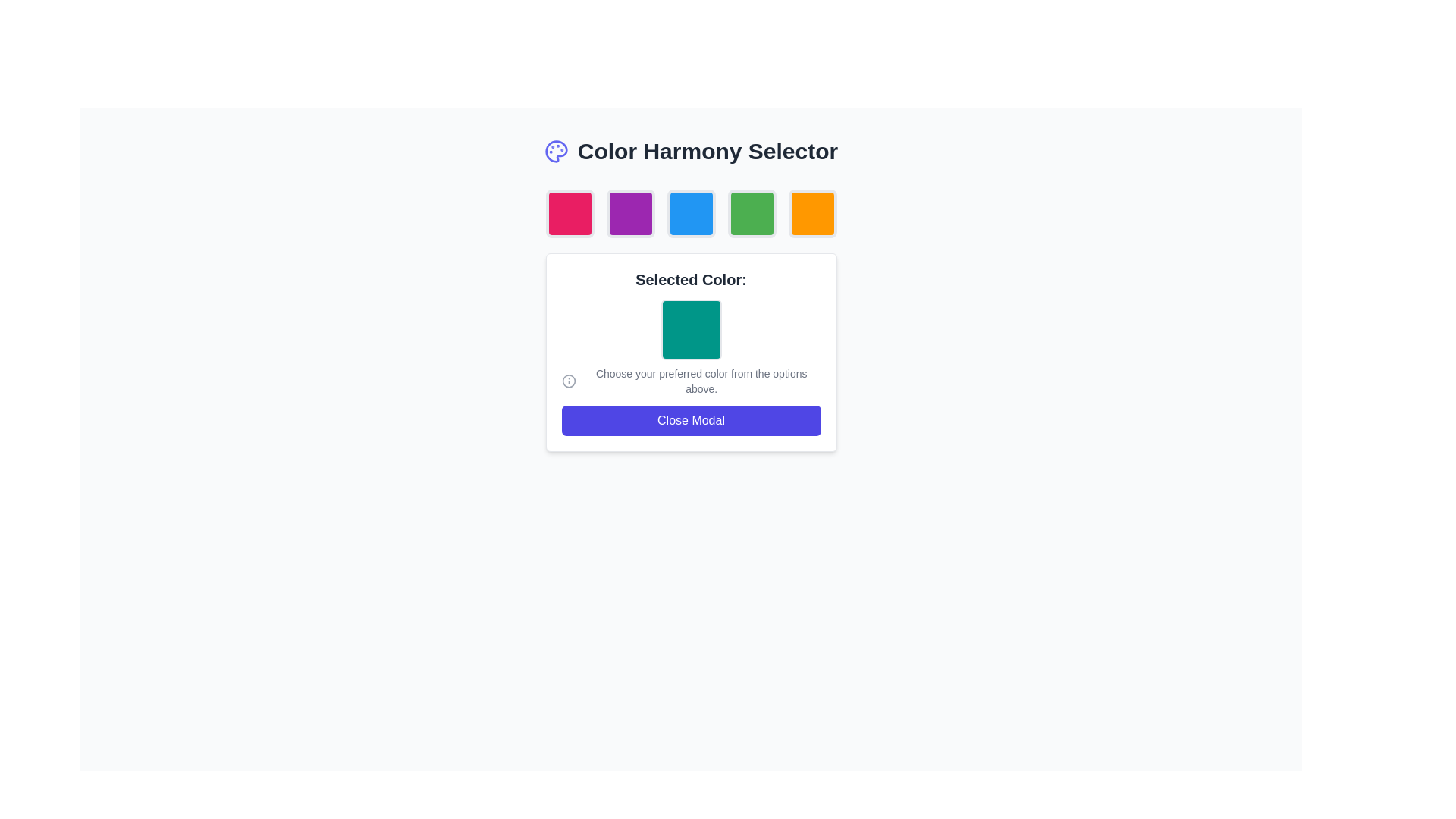 The image size is (1456, 819). What do you see at coordinates (555, 152) in the screenshot?
I see `the indigo circular palette icon, which is the first item in the 'Color Harmony Selector' group` at bounding box center [555, 152].